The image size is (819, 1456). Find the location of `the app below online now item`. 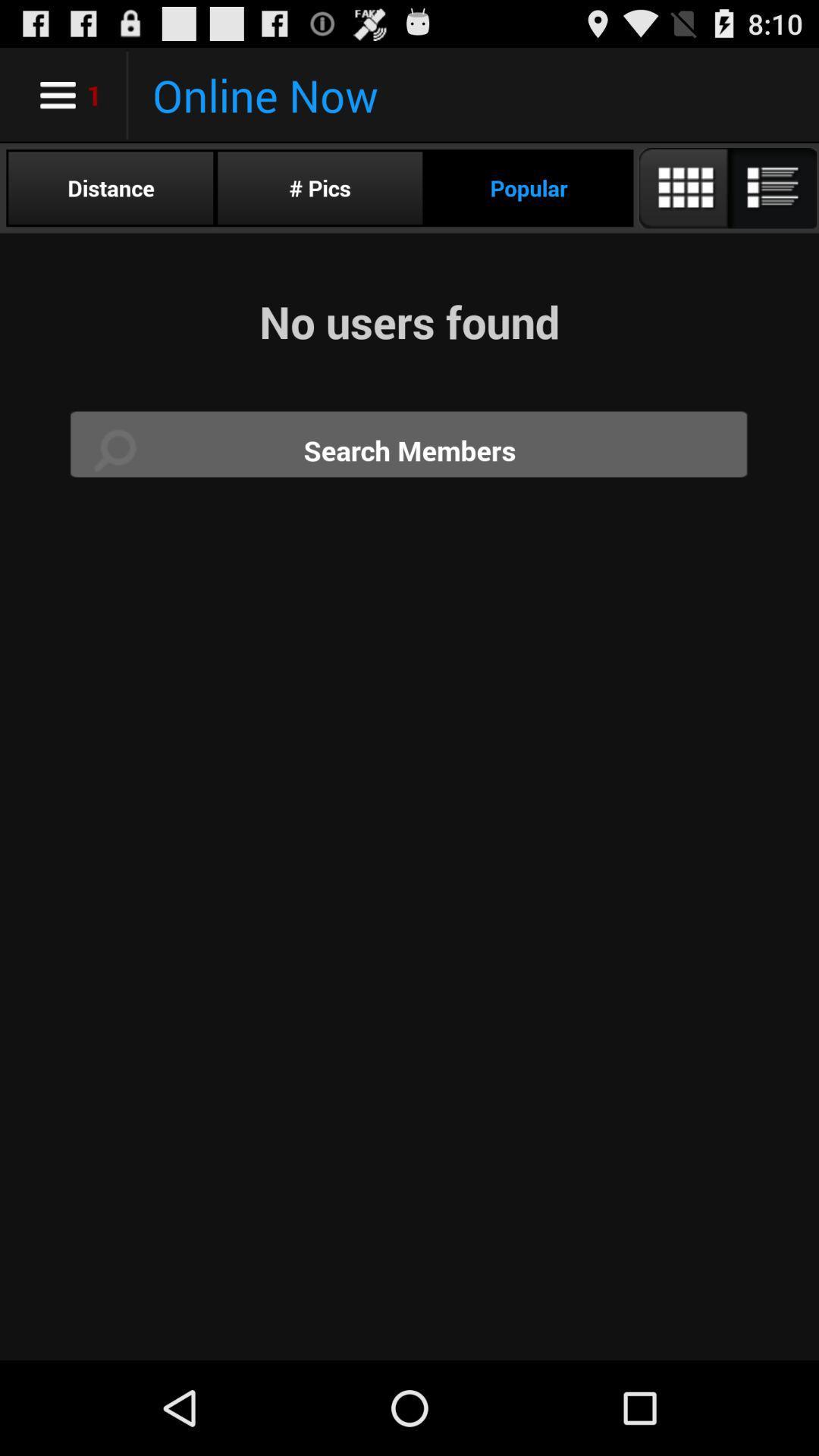

the app below online now item is located at coordinates (319, 187).